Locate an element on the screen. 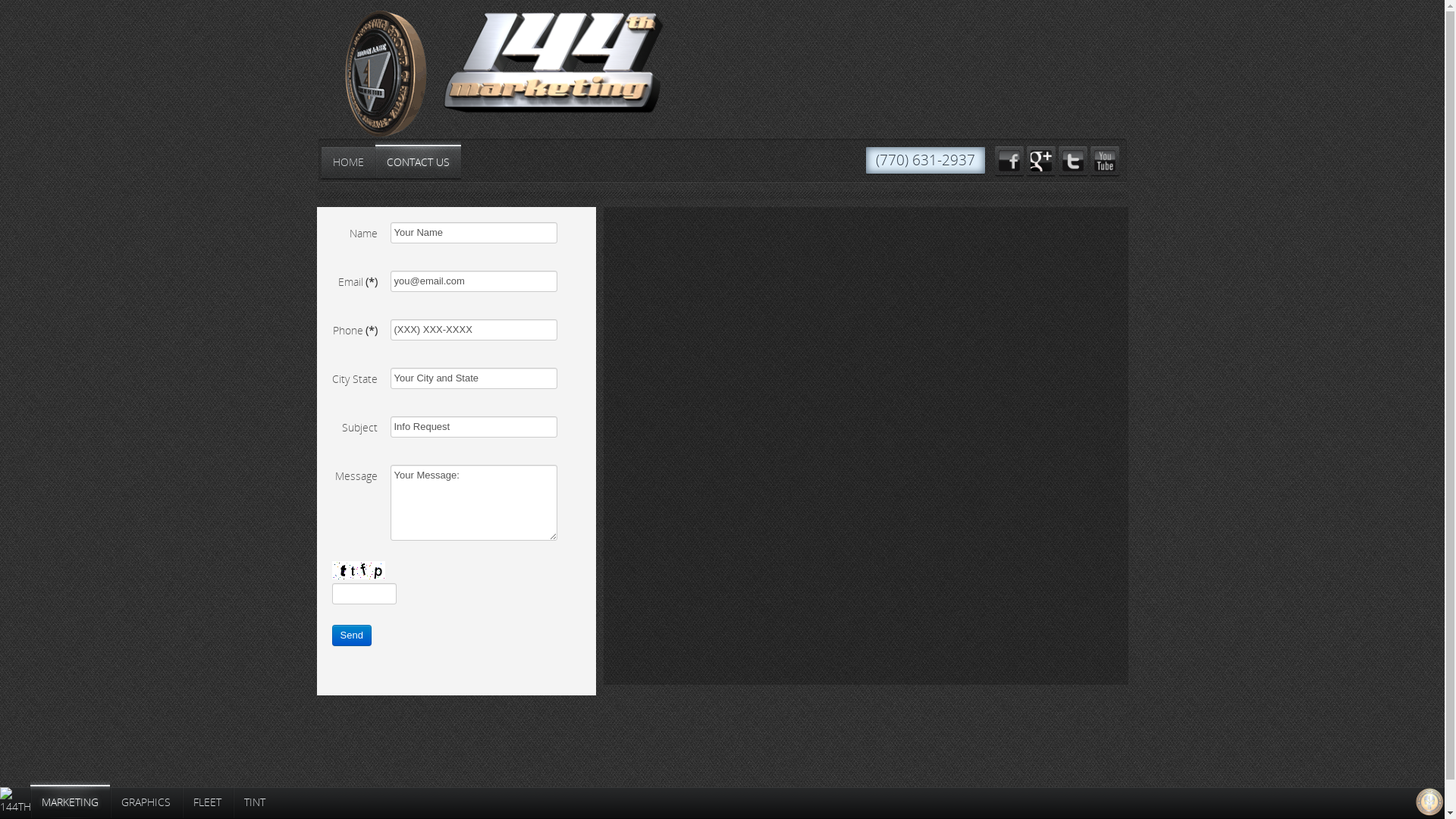  '144th Marketing Group' is located at coordinates (439, 61).